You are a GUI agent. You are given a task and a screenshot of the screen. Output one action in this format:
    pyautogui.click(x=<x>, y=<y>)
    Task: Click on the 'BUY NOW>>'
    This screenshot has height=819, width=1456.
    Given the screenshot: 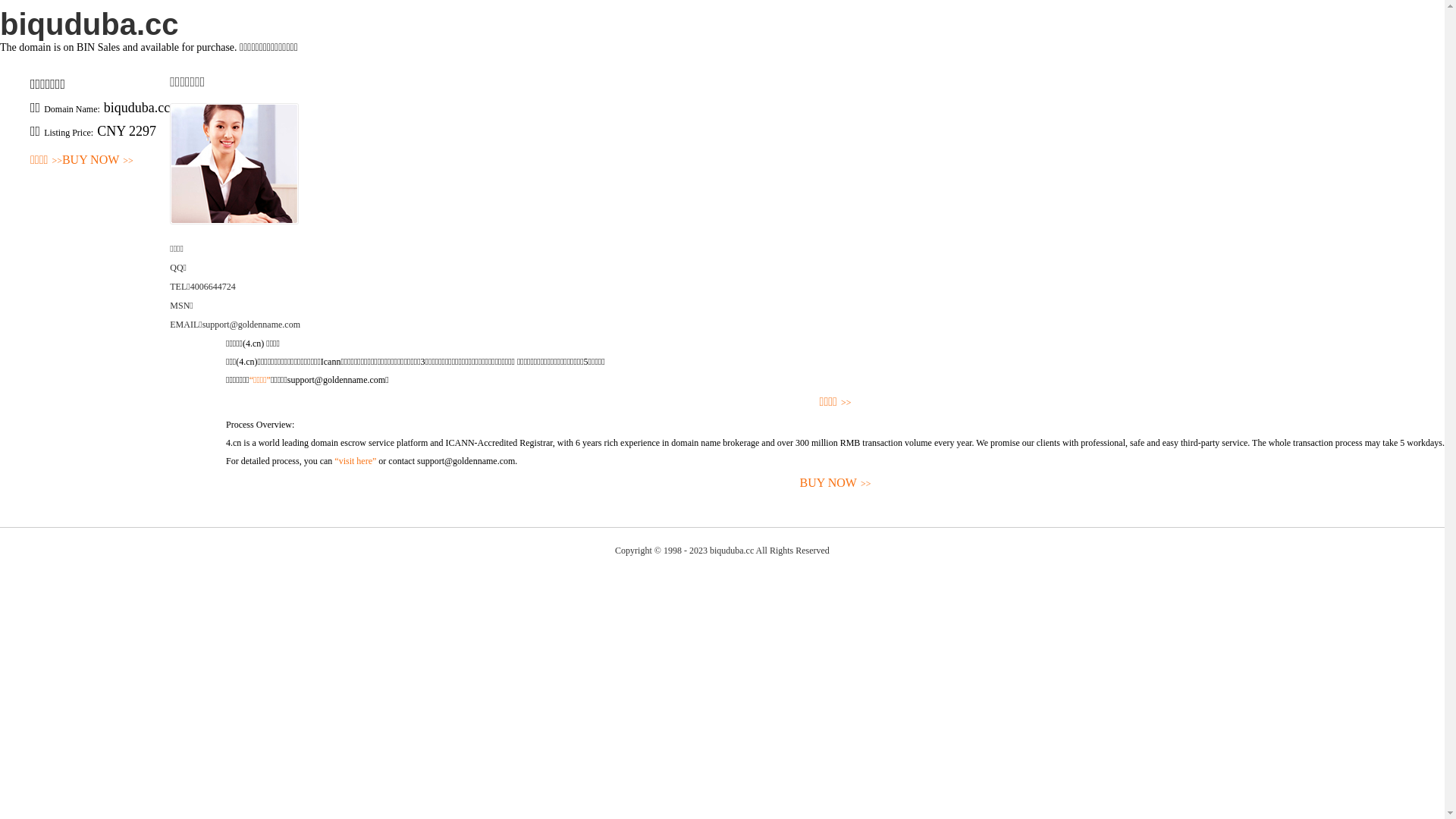 What is the action you would take?
    pyautogui.click(x=834, y=483)
    